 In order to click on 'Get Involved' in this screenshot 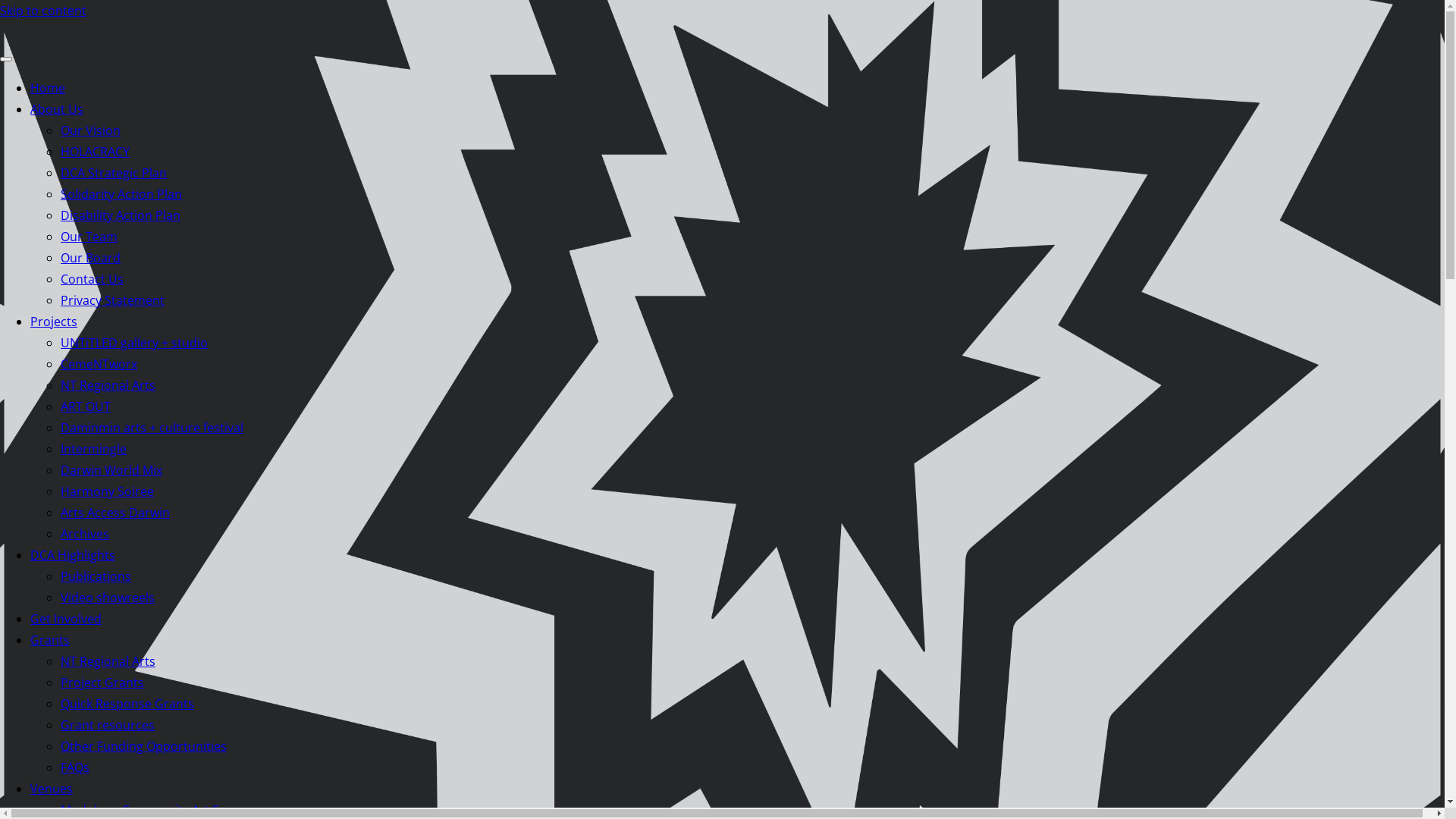, I will do `click(64, 619)`.